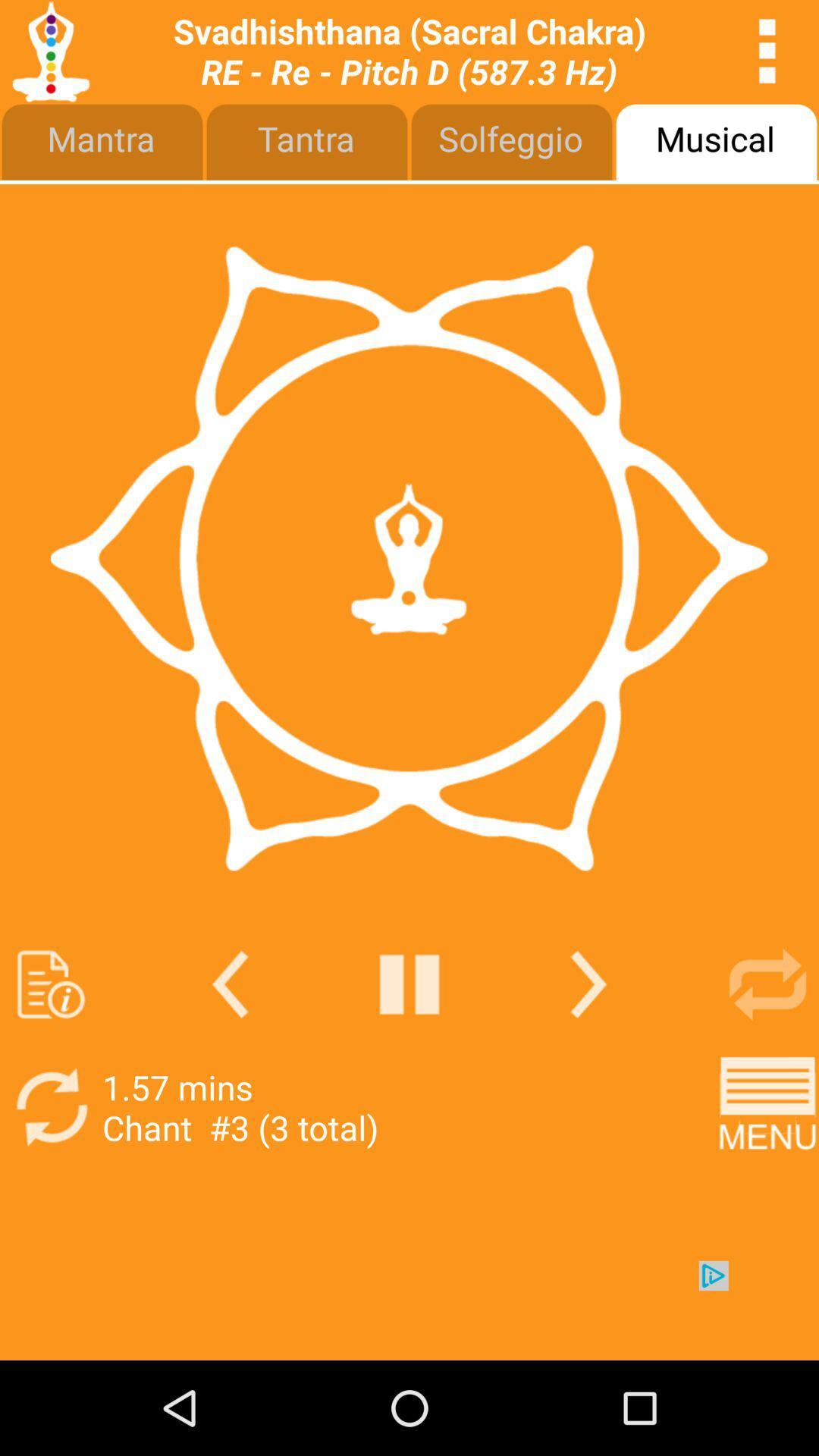  What do you see at coordinates (409, 984) in the screenshot?
I see `go back` at bounding box center [409, 984].